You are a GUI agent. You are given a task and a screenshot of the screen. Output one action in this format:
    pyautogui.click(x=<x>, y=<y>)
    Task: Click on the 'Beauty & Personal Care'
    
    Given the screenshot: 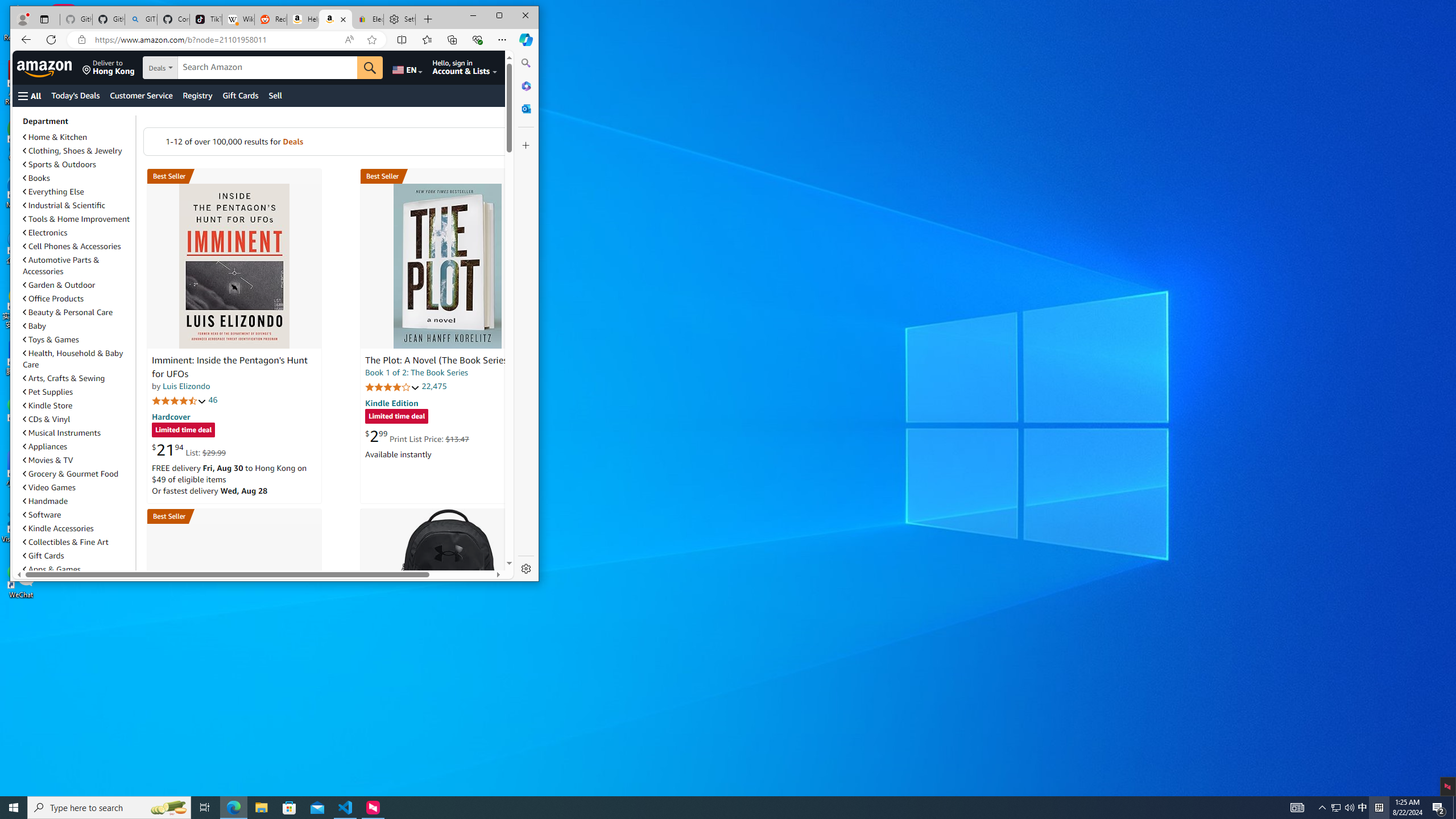 What is the action you would take?
    pyautogui.click(x=68, y=312)
    